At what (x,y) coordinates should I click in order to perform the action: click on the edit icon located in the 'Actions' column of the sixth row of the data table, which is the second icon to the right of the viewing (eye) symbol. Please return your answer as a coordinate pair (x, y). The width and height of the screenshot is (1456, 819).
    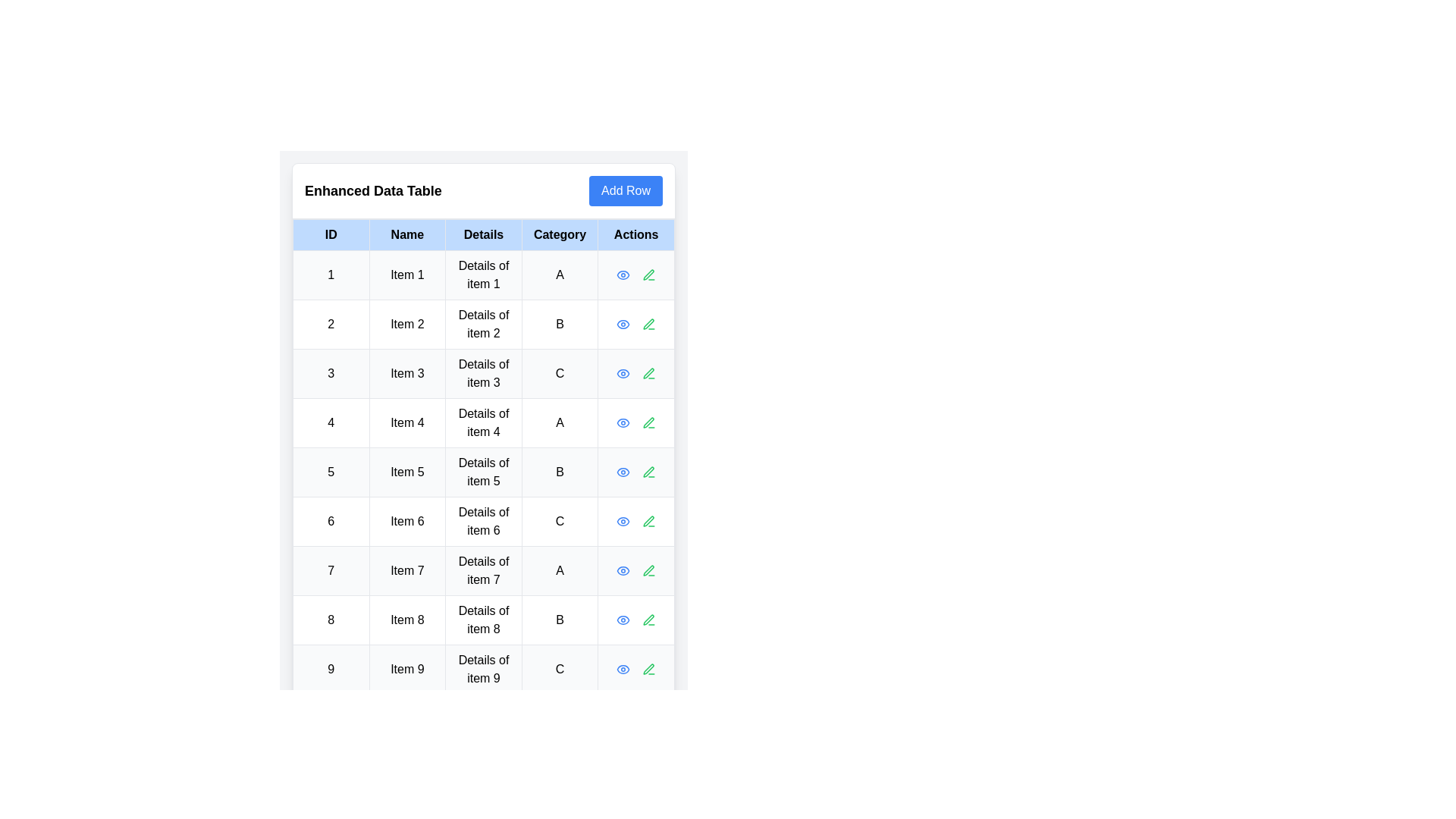
    Looking at the image, I should click on (648, 520).